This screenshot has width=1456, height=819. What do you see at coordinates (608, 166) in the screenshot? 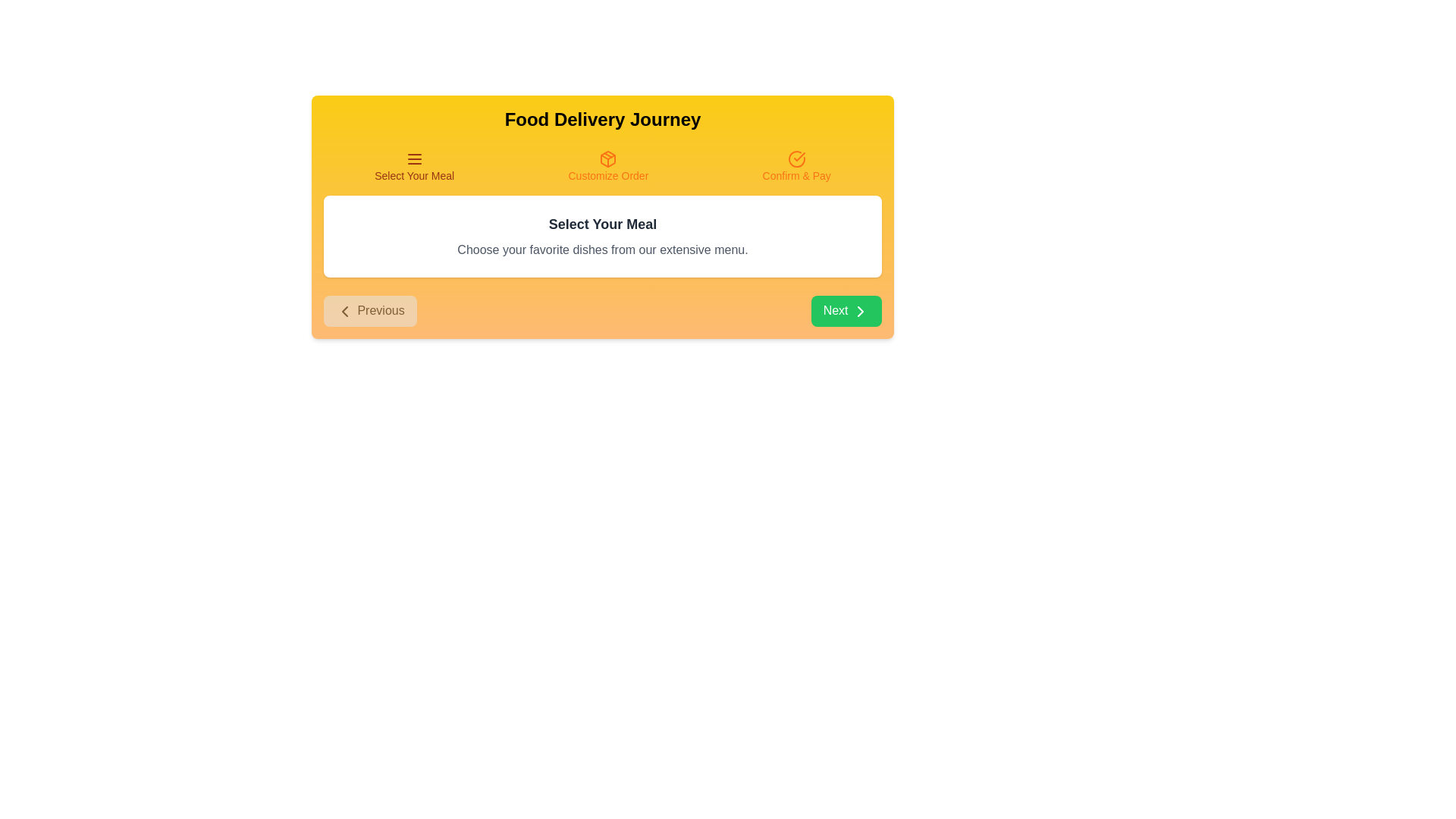
I see `the second option in the horizontal menu bar that allows users` at bounding box center [608, 166].